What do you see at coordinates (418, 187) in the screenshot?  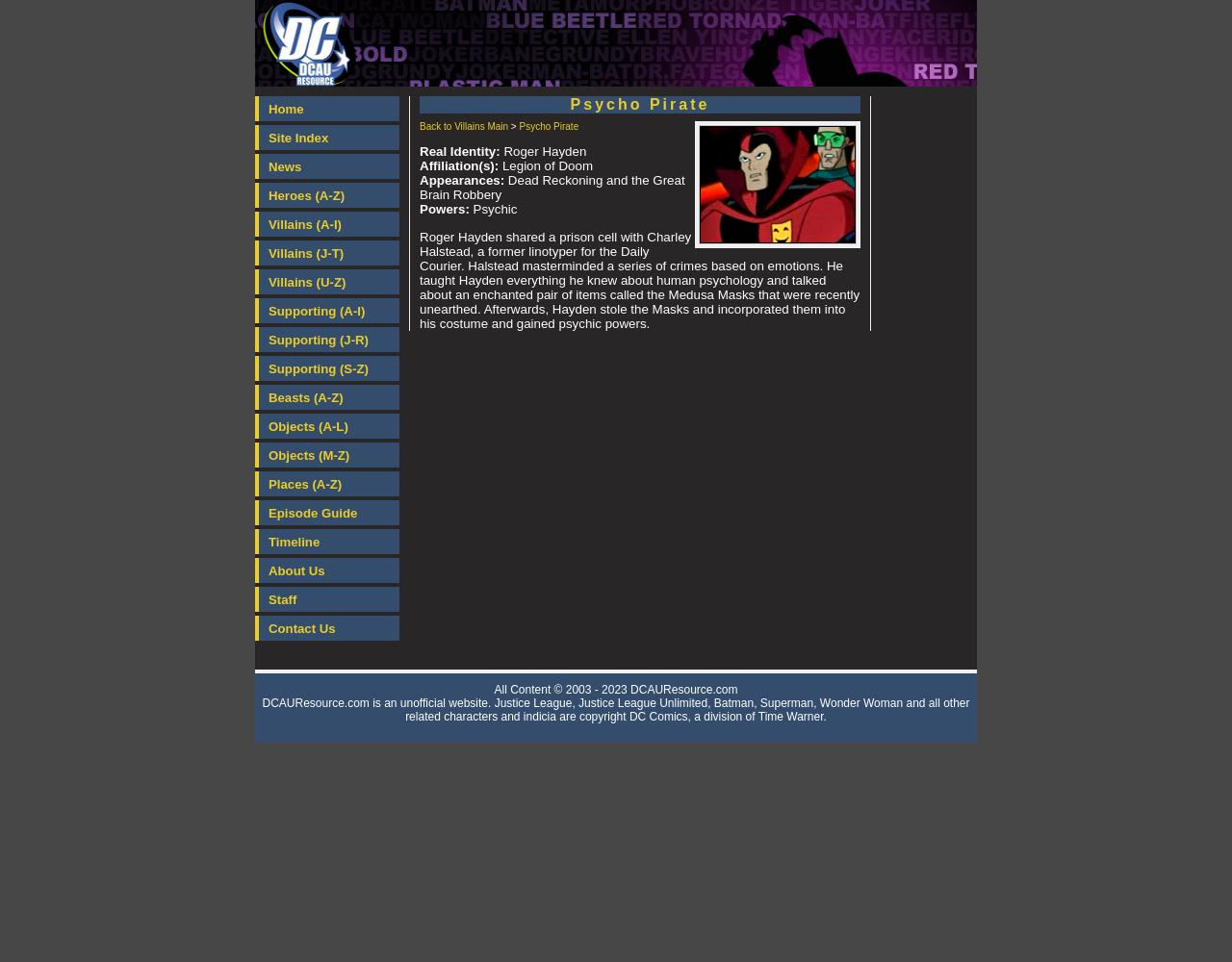 I see `'Dead Reckoning and the Great Brain Robbery'` at bounding box center [418, 187].